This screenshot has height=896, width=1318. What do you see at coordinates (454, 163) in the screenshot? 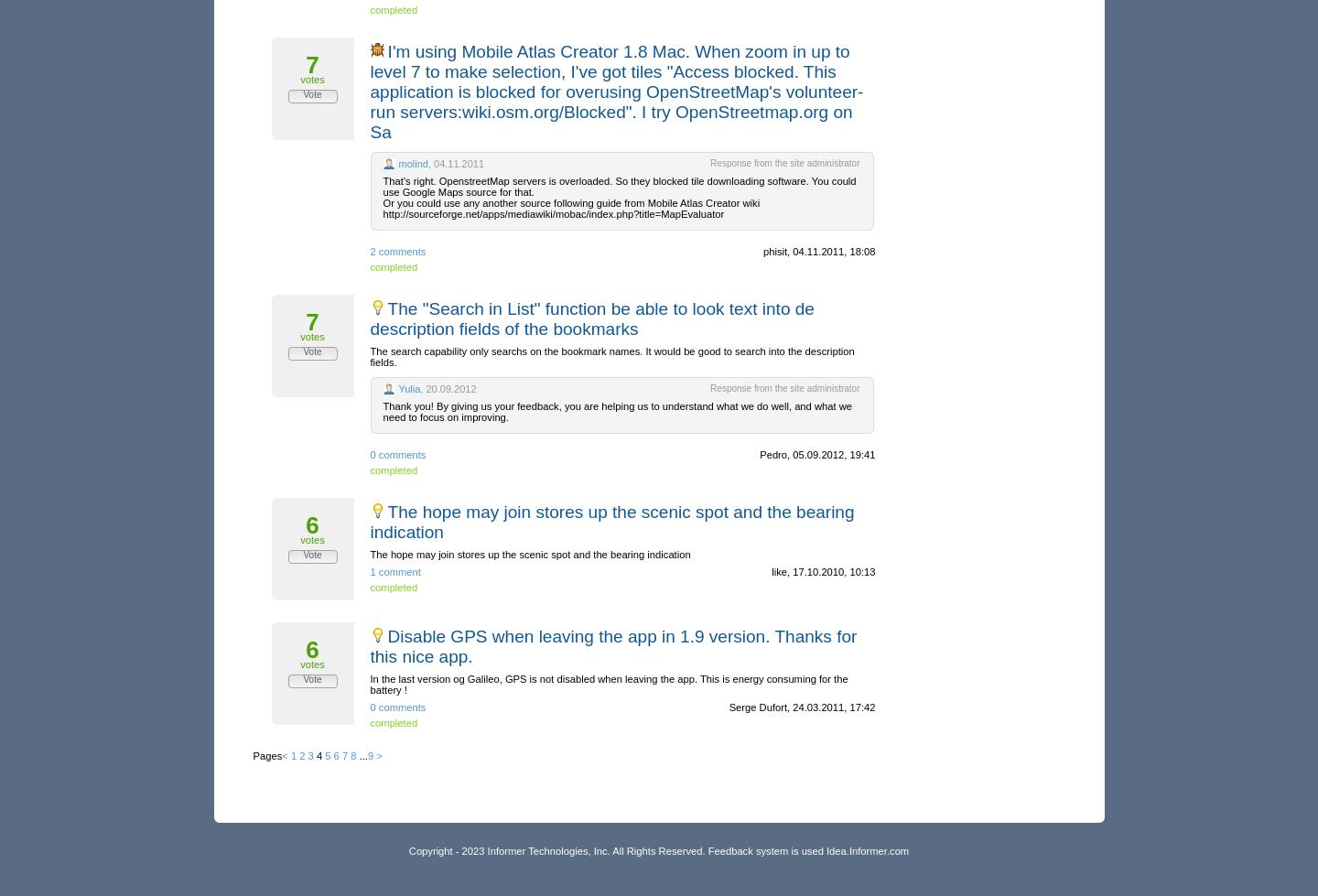
I see `', 04.11.2011'` at bounding box center [454, 163].